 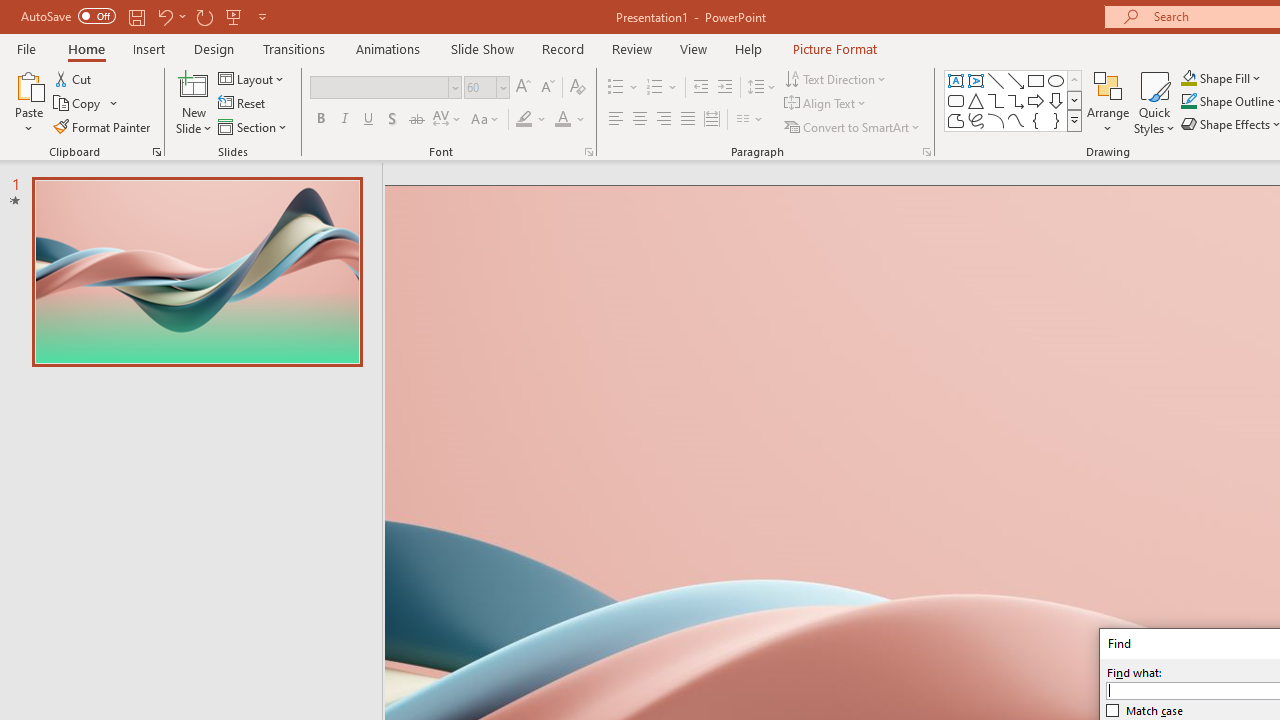 What do you see at coordinates (700, 86) in the screenshot?
I see `'Decrease Indent'` at bounding box center [700, 86].